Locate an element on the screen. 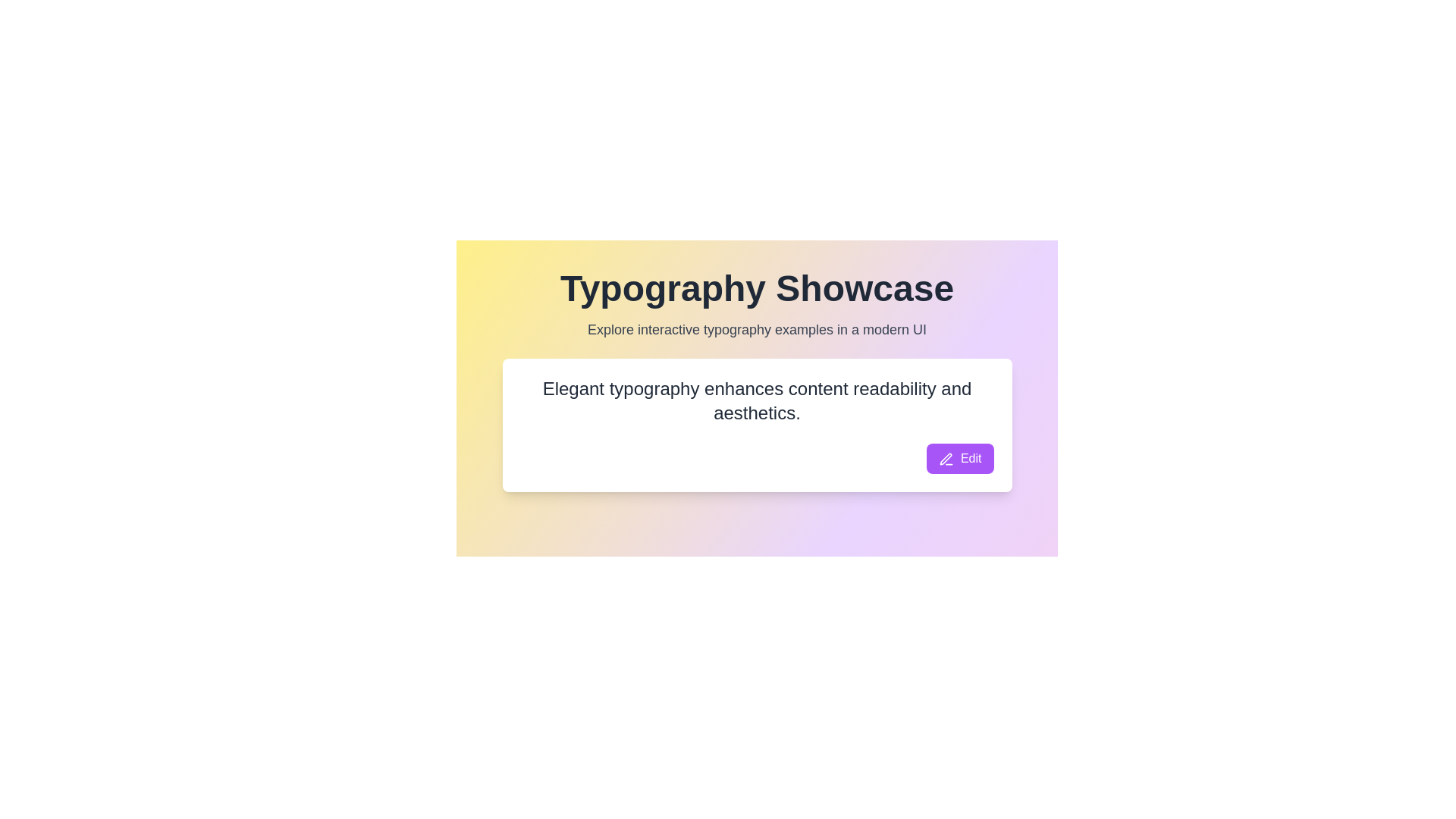 The image size is (1456, 819). the small pen-like icon located to the left of the 'Edit' text in the purple button is located at coordinates (946, 458).